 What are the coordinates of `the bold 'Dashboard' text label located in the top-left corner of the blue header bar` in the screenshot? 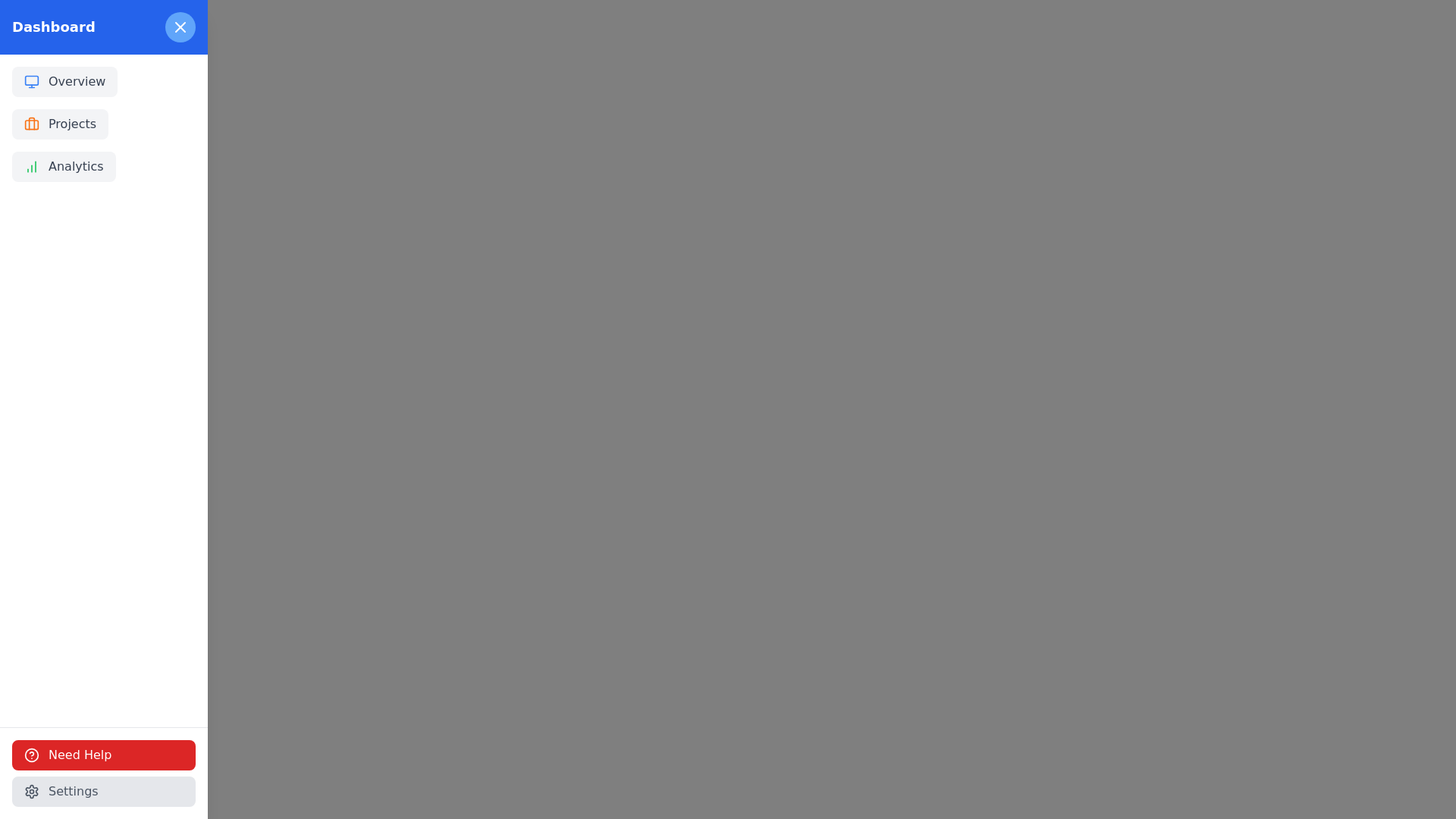 It's located at (53, 27).